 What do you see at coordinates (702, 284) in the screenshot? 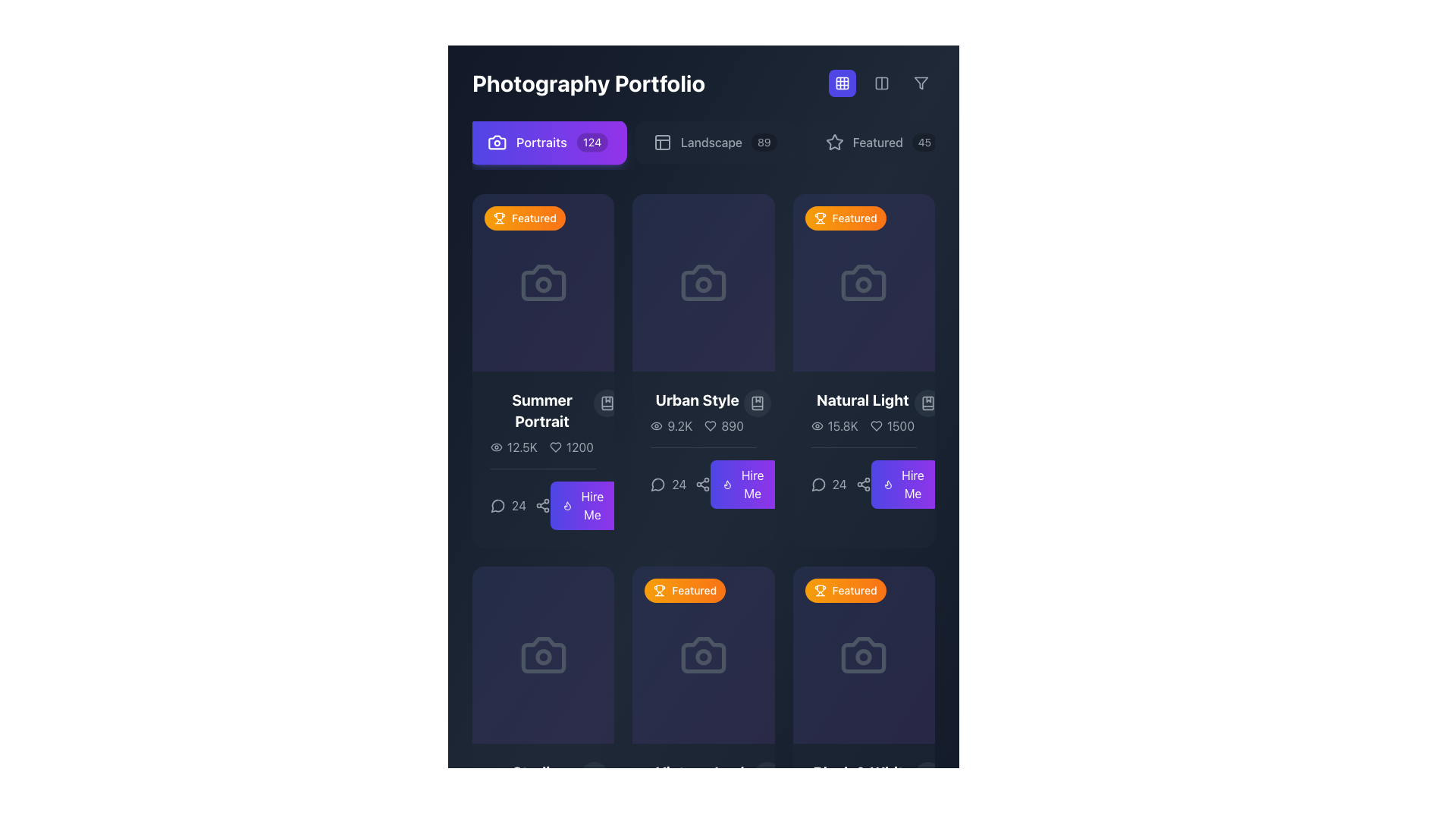
I see `the circular lens element of the camera icon, which is visually represented in the grid layout as the second icon in the first row` at bounding box center [702, 284].